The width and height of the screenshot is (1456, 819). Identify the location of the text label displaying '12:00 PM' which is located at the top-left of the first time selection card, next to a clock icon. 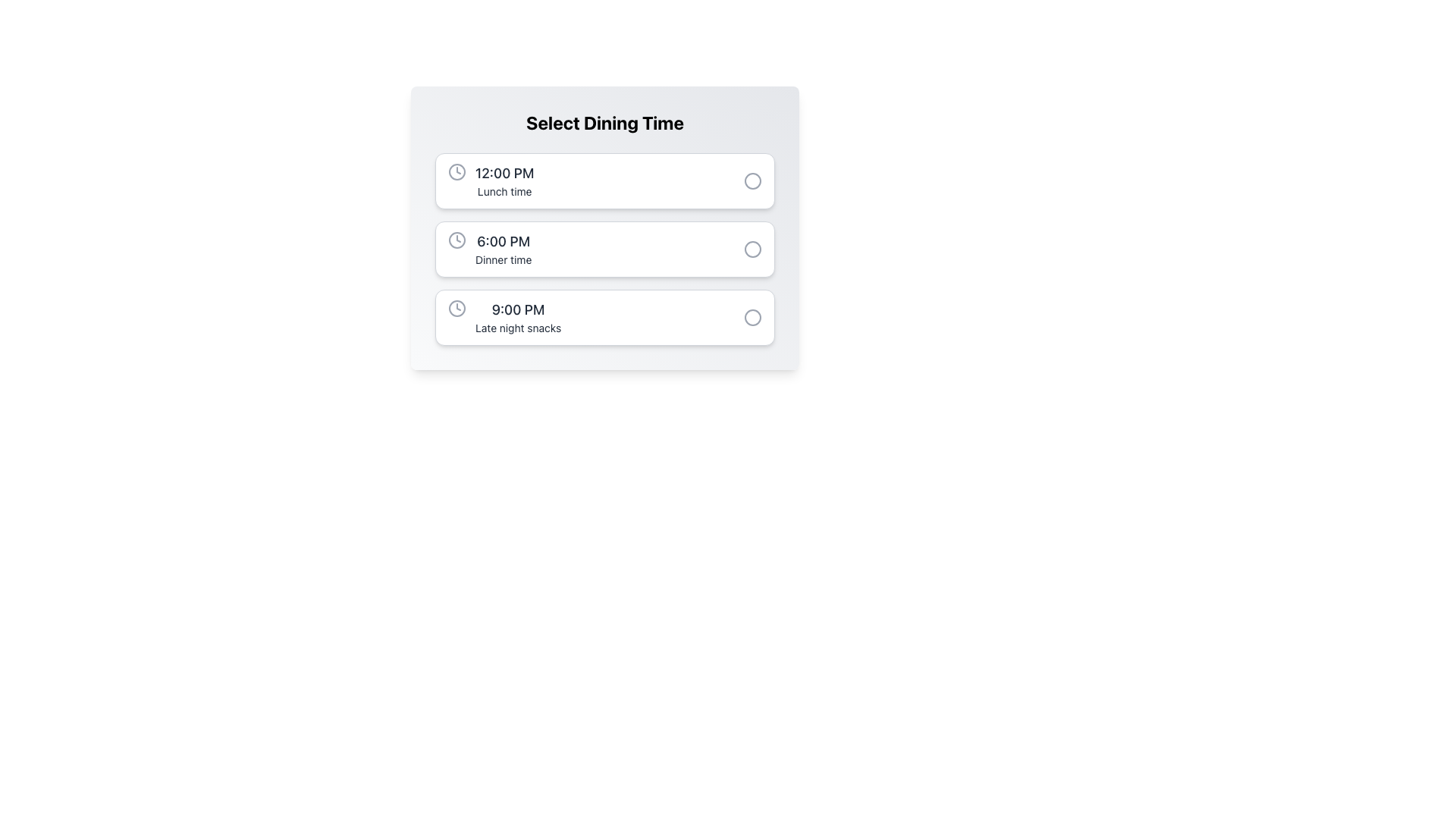
(504, 172).